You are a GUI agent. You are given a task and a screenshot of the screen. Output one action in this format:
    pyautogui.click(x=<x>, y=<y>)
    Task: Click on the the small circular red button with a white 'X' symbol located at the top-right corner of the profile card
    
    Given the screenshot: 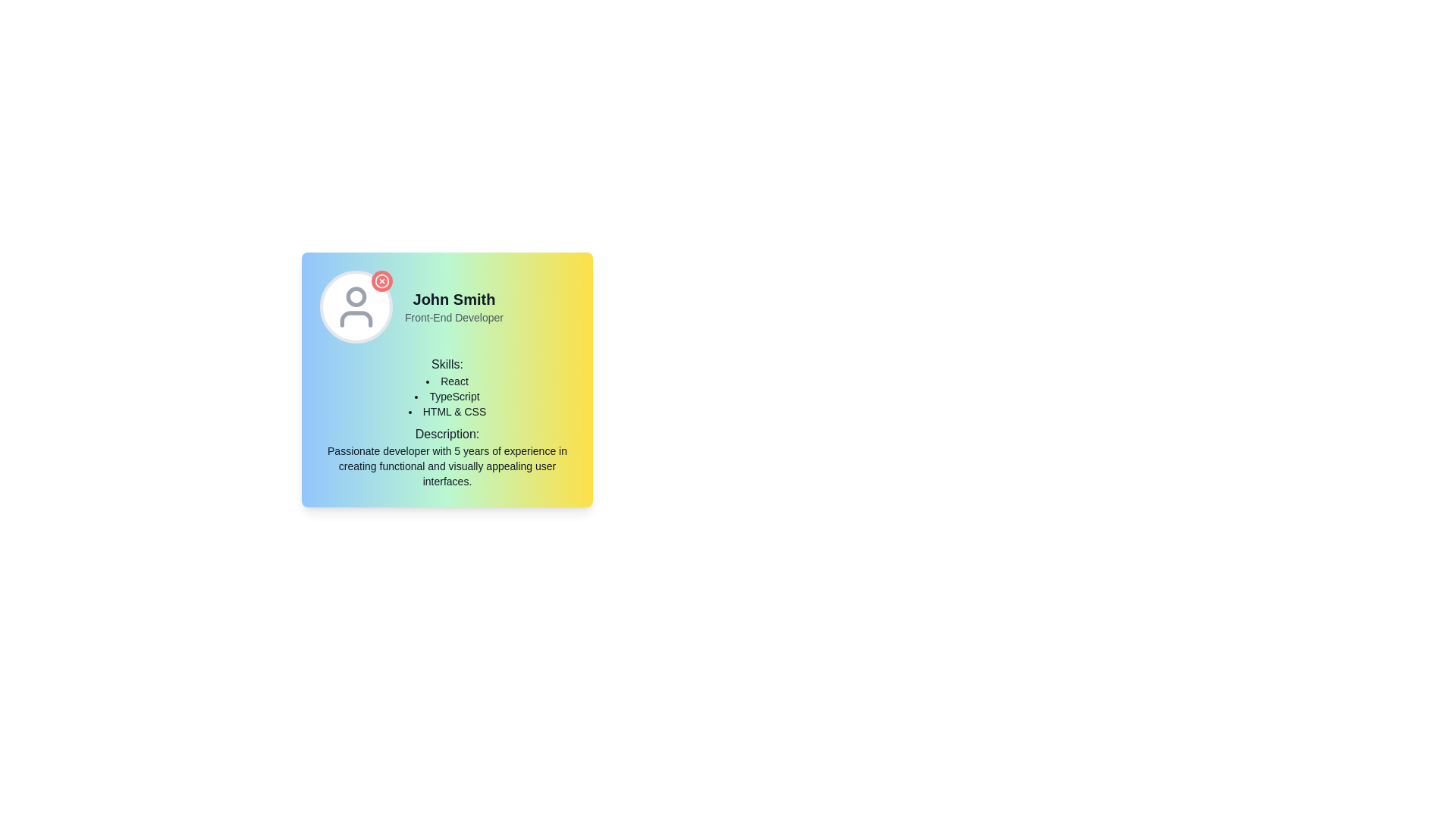 What is the action you would take?
    pyautogui.click(x=382, y=281)
    